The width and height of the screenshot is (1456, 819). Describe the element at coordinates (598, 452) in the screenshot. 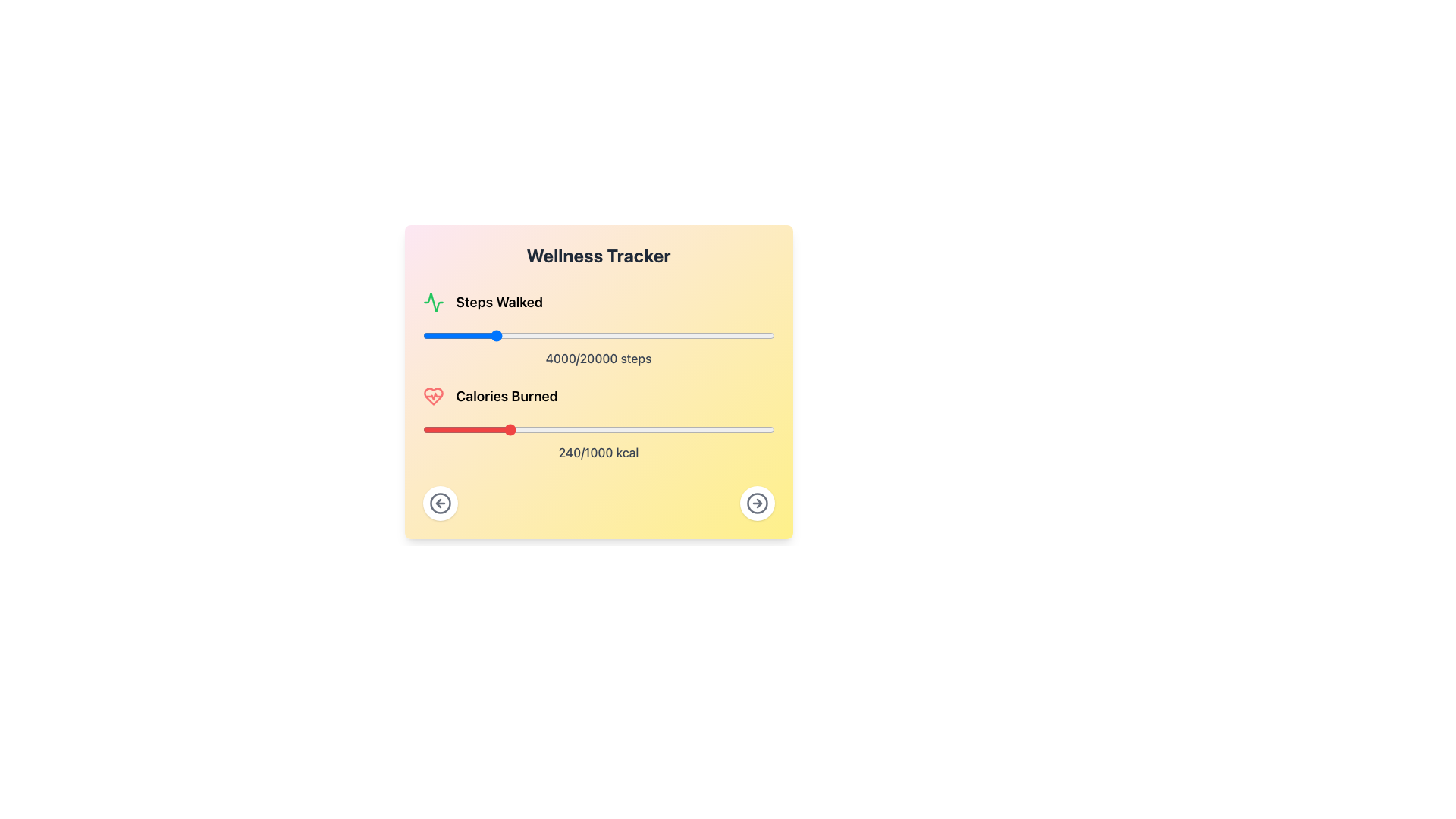

I see `the Text Label that informs users about current and target calorie metrics, located below the progress bar for calorie tracking in the 'Calories Burned' section` at that location.